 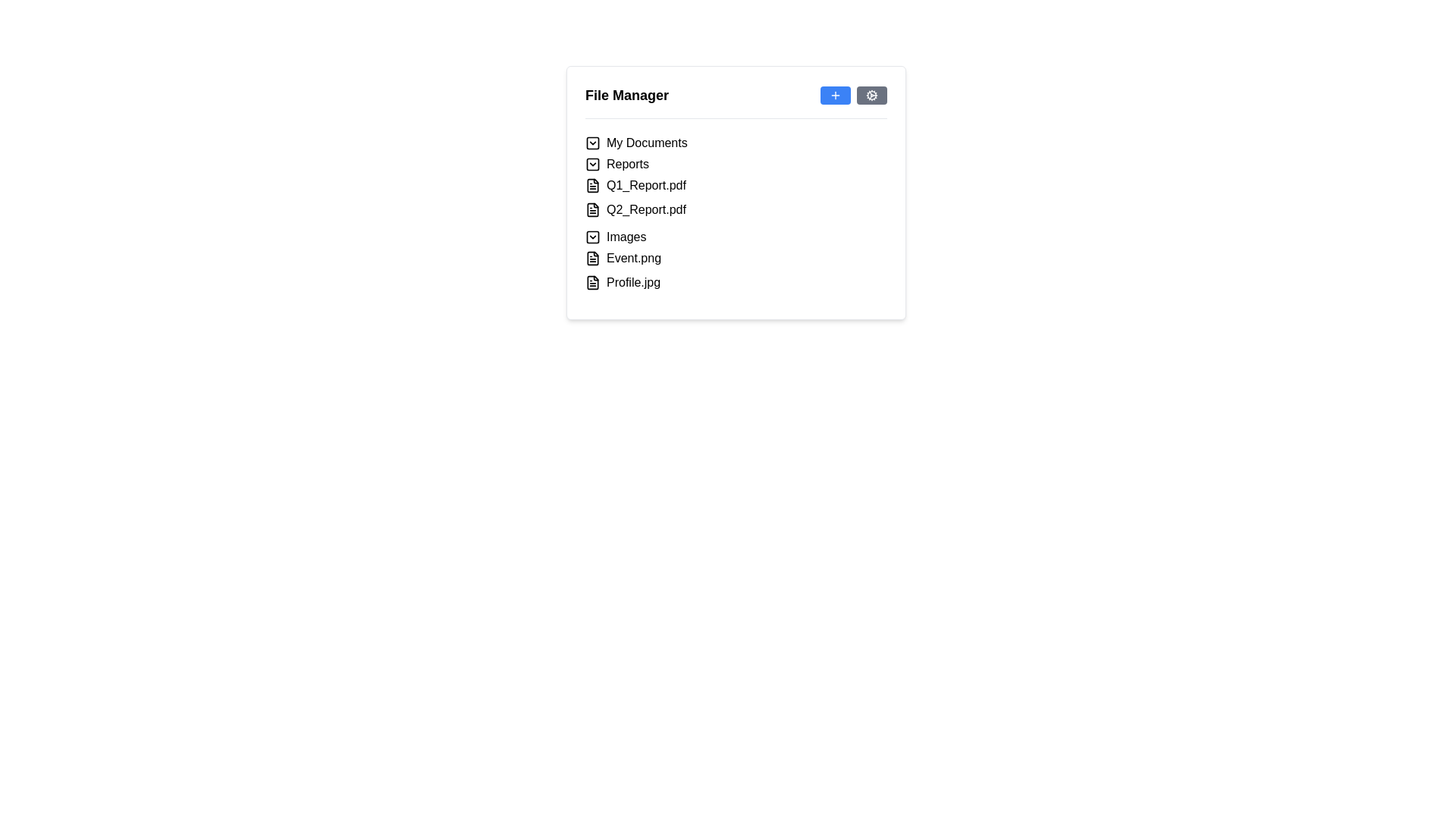 What do you see at coordinates (626, 237) in the screenshot?
I see `the 'Images' text label located in the 'File Manager' section under the 'Reports' node` at bounding box center [626, 237].